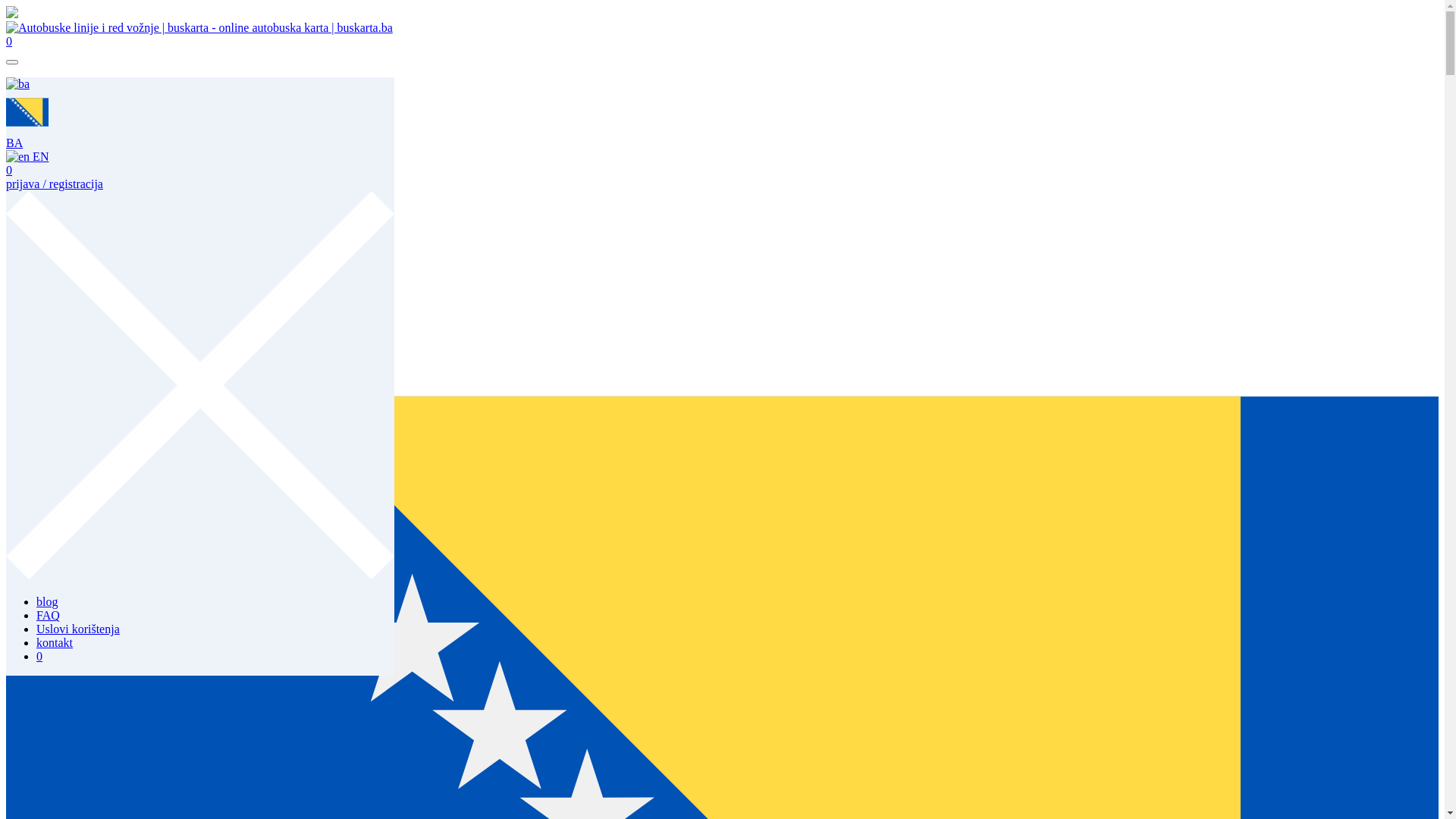 Image resolution: width=1456 pixels, height=819 pixels. I want to click on 'kontakt', so click(36, 124).